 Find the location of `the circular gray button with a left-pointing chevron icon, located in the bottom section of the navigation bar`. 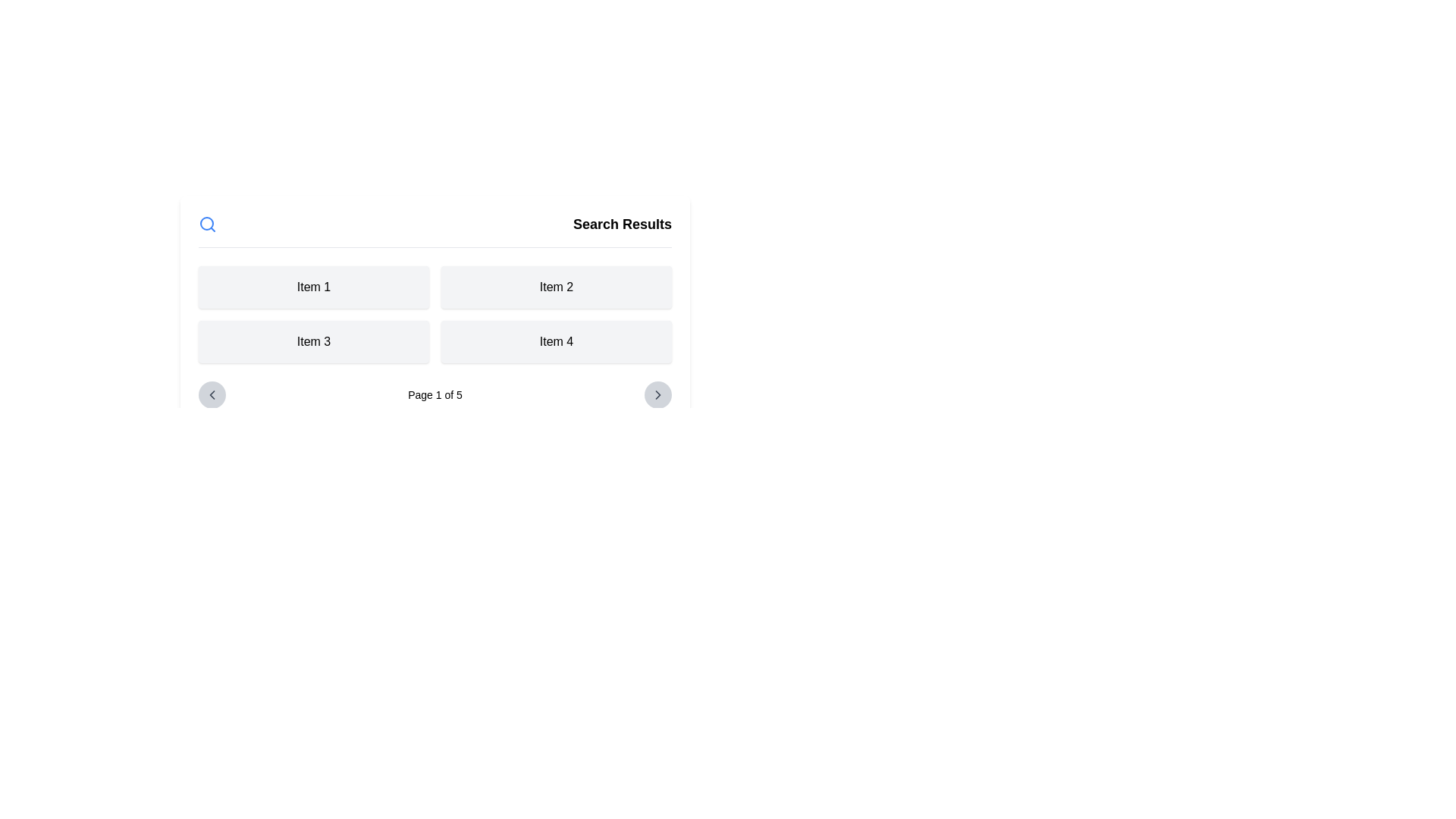

the circular gray button with a left-pointing chevron icon, located in the bottom section of the navigation bar is located at coordinates (211, 394).